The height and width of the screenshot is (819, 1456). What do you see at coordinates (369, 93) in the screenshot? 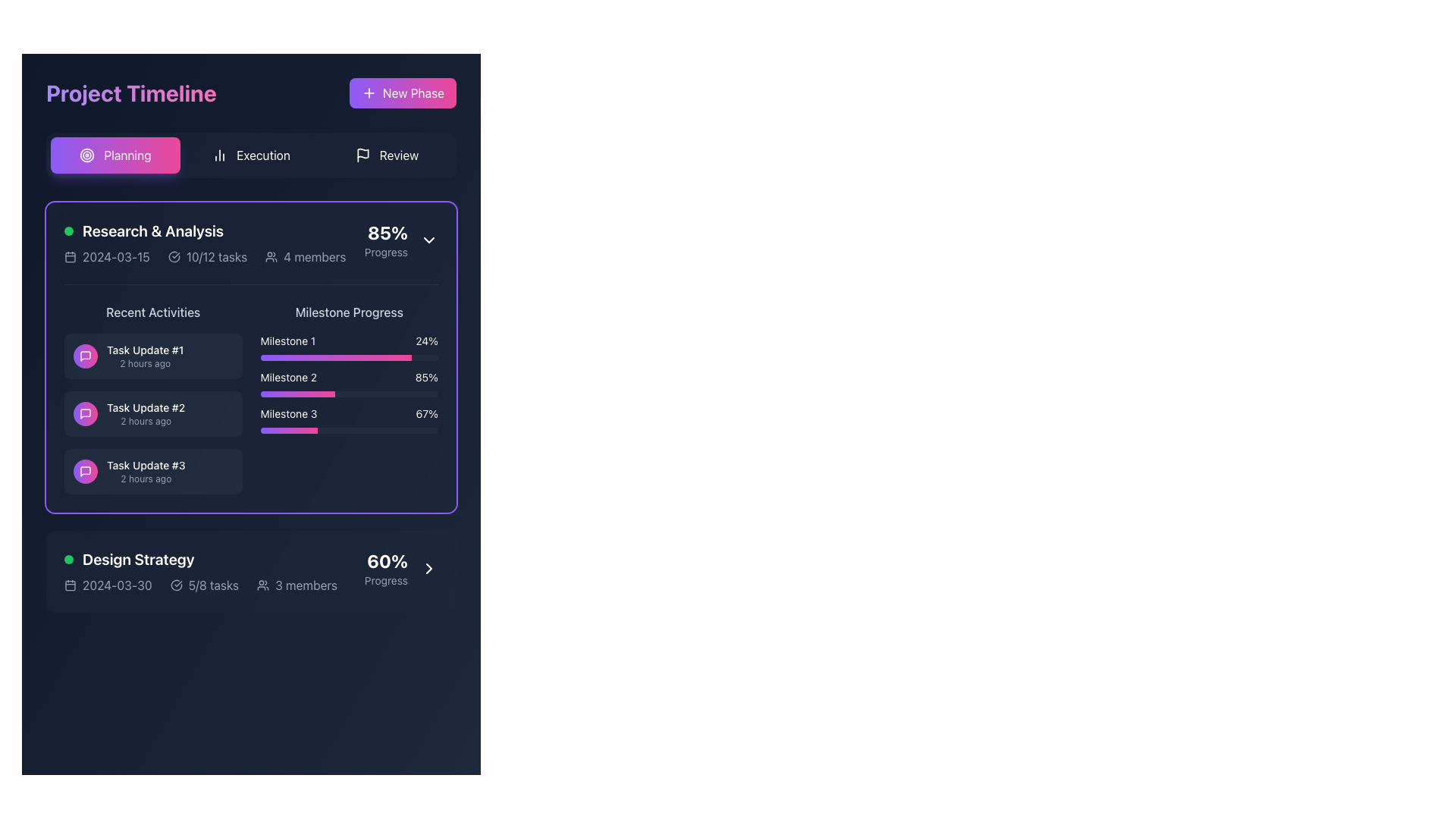
I see `the plus icon inside the 'New Phase' button, positioned at the top-right corner of the interface` at bounding box center [369, 93].